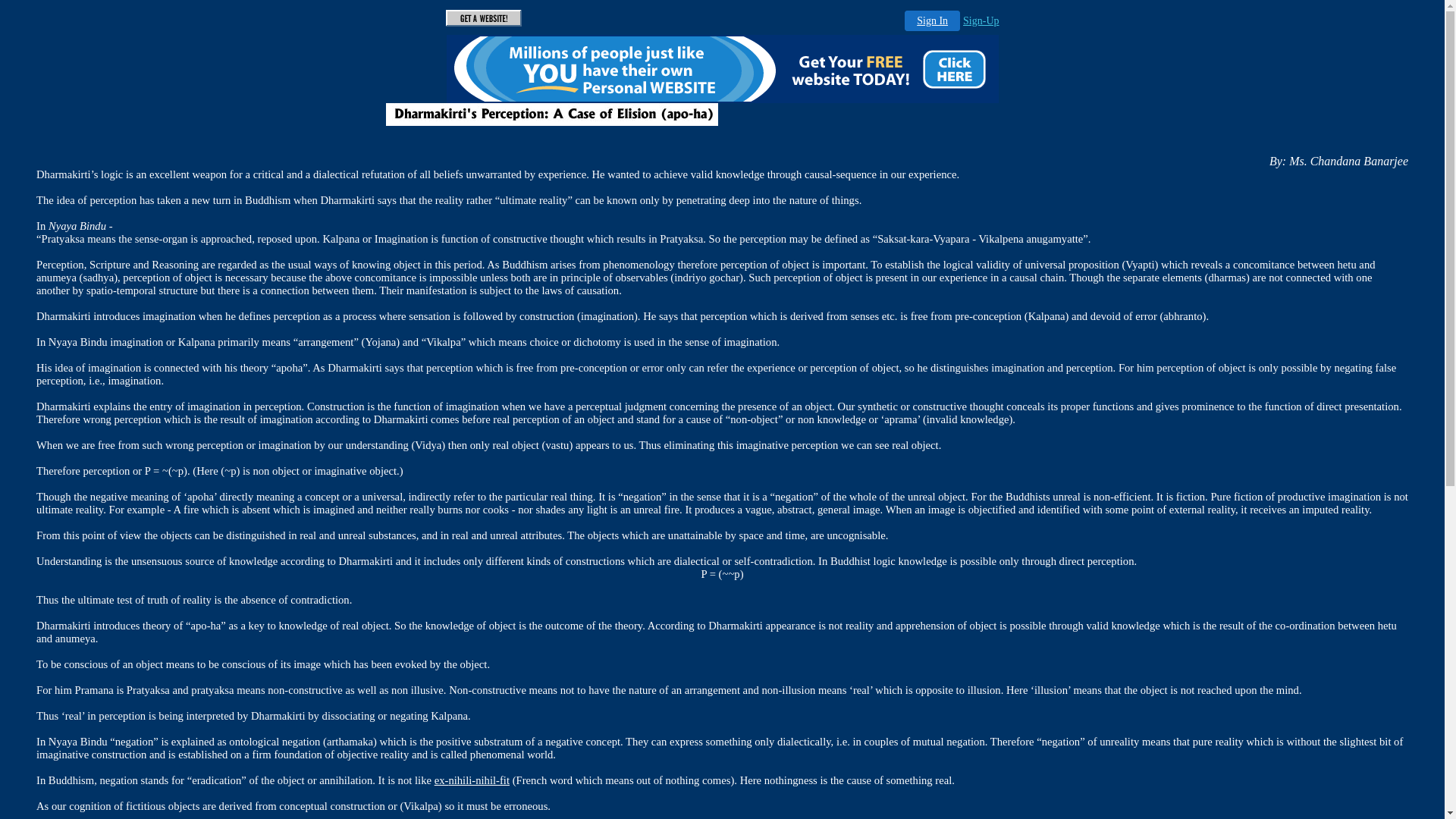 This screenshot has height=819, width=1456. I want to click on 'Sign-Up', so click(981, 20).